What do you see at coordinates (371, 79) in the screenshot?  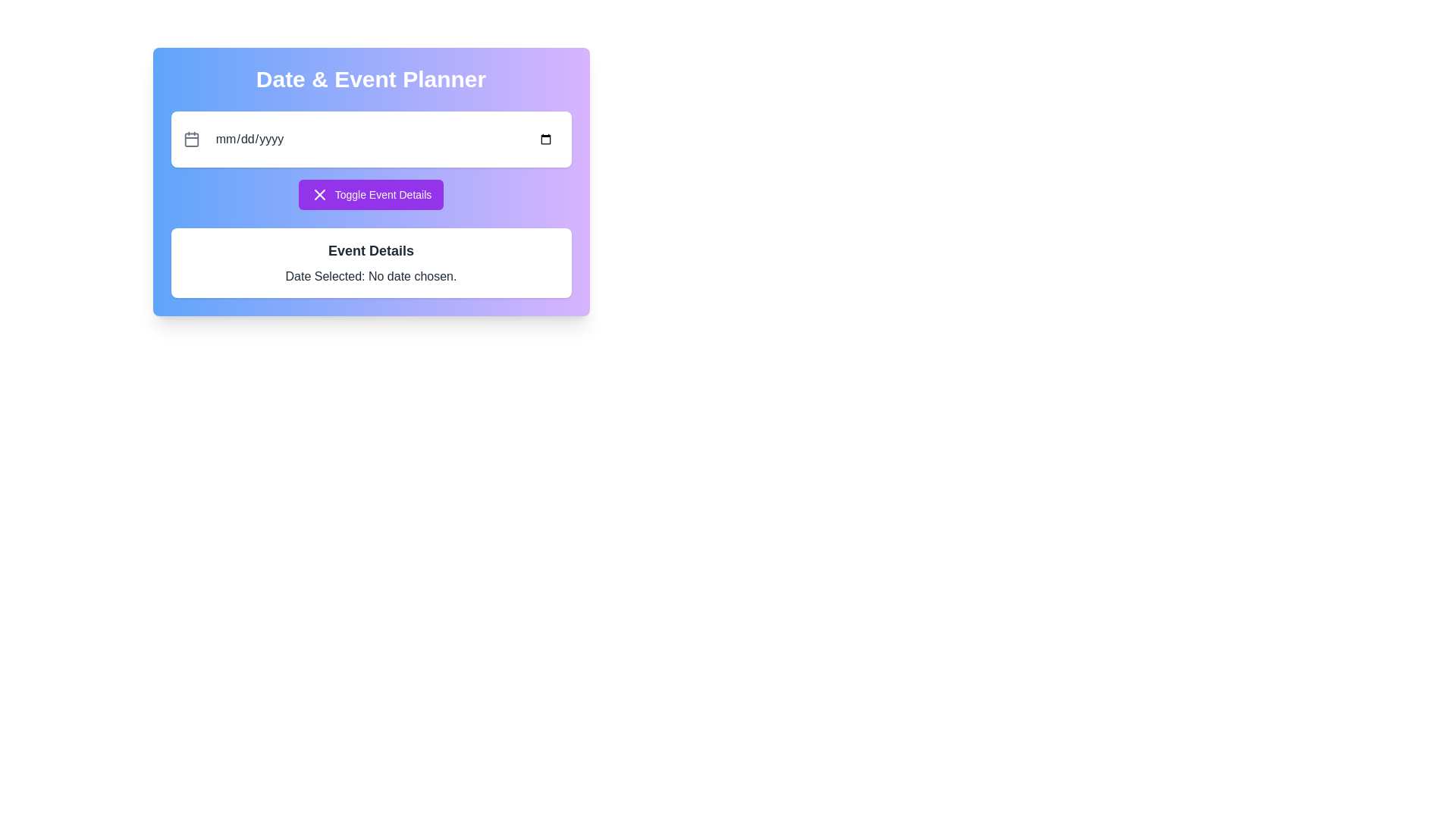 I see `the static text label which serves as the title or heading for the application, positioned at the top of the gradient-styled box` at bounding box center [371, 79].